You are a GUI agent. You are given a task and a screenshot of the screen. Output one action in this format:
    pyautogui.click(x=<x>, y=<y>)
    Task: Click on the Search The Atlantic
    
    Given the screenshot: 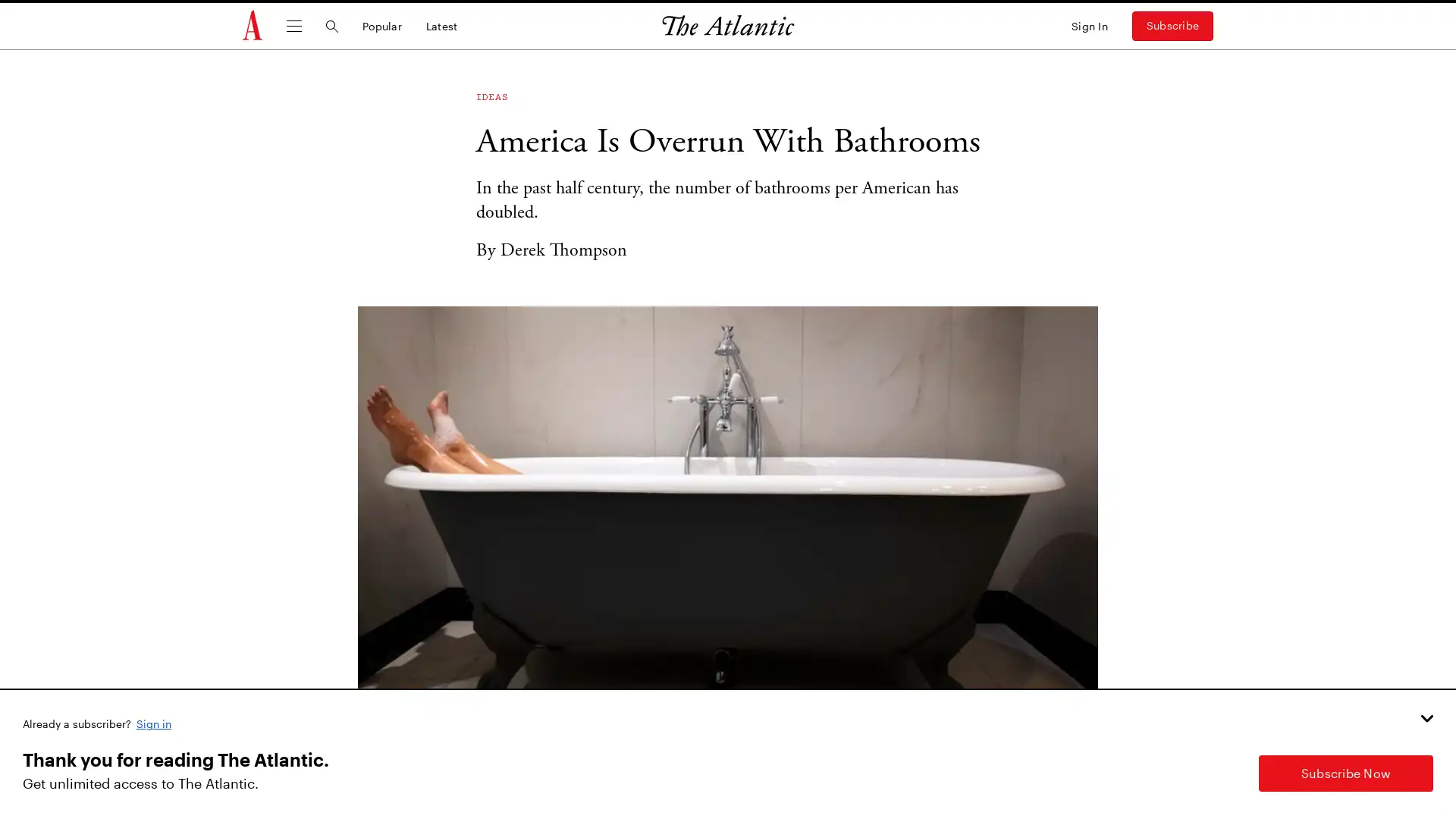 What is the action you would take?
    pyautogui.click(x=331, y=26)
    